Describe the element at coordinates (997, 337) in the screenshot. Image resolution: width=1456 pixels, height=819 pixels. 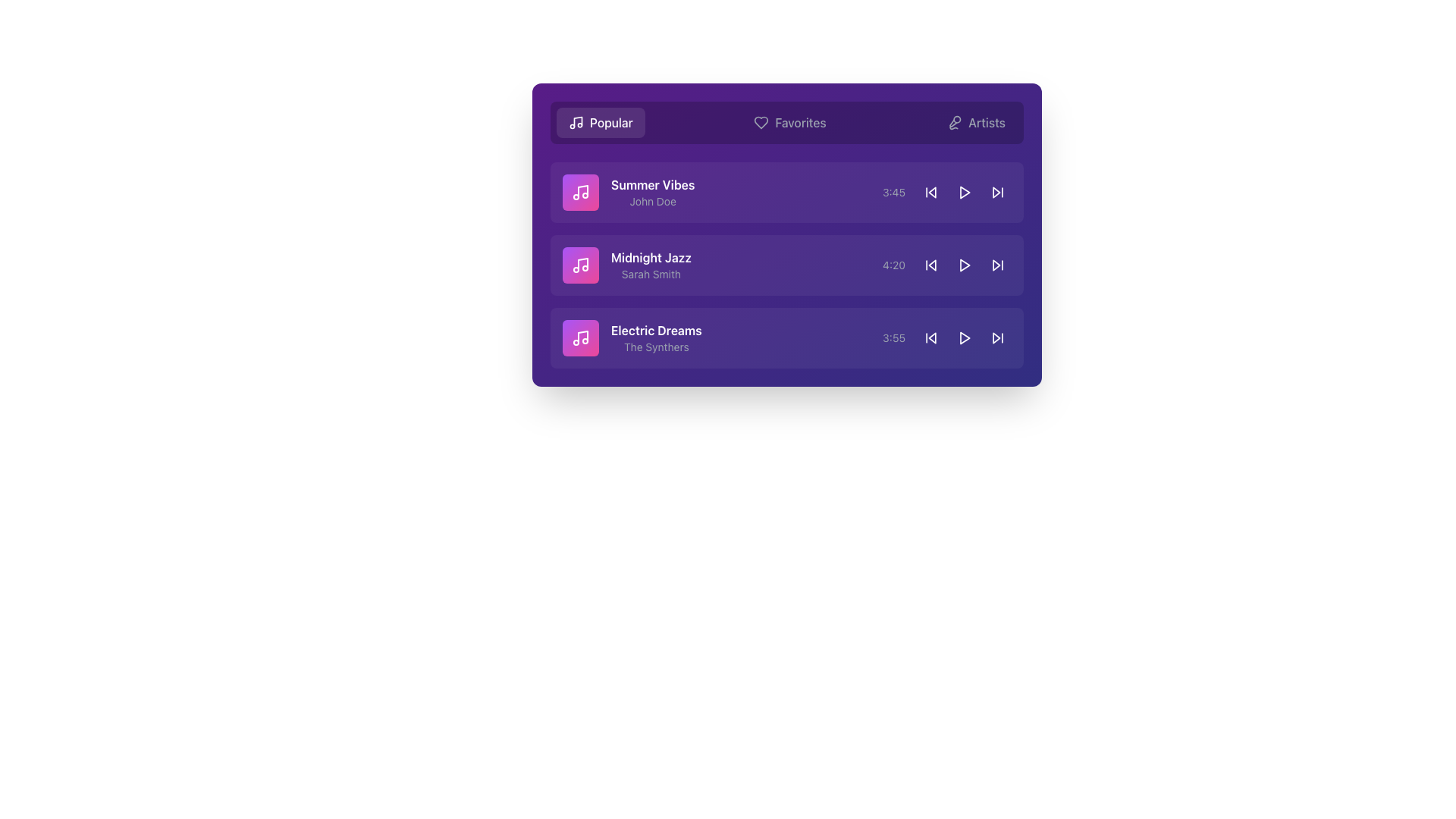
I see `the circular 'skip forward' button with a minimalist icon located in the third row of the music playlist interface` at that location.